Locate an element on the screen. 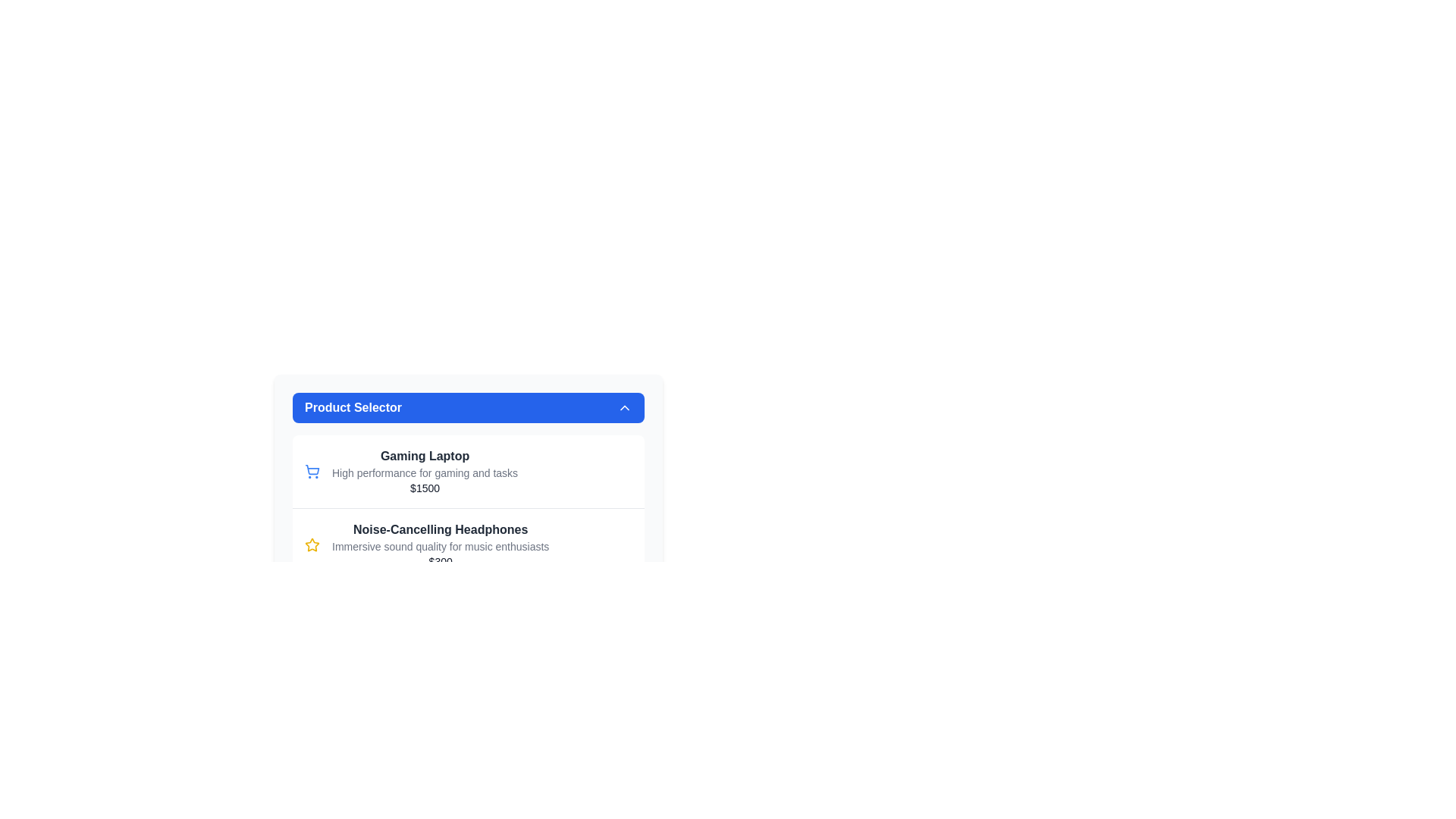 This screenshot has width=1456, height=819. the upward-facing chevron icon located to the right of the 'Product Selector' text in the header for potential effects, such as tooltips is located at coordinates (625, 406).